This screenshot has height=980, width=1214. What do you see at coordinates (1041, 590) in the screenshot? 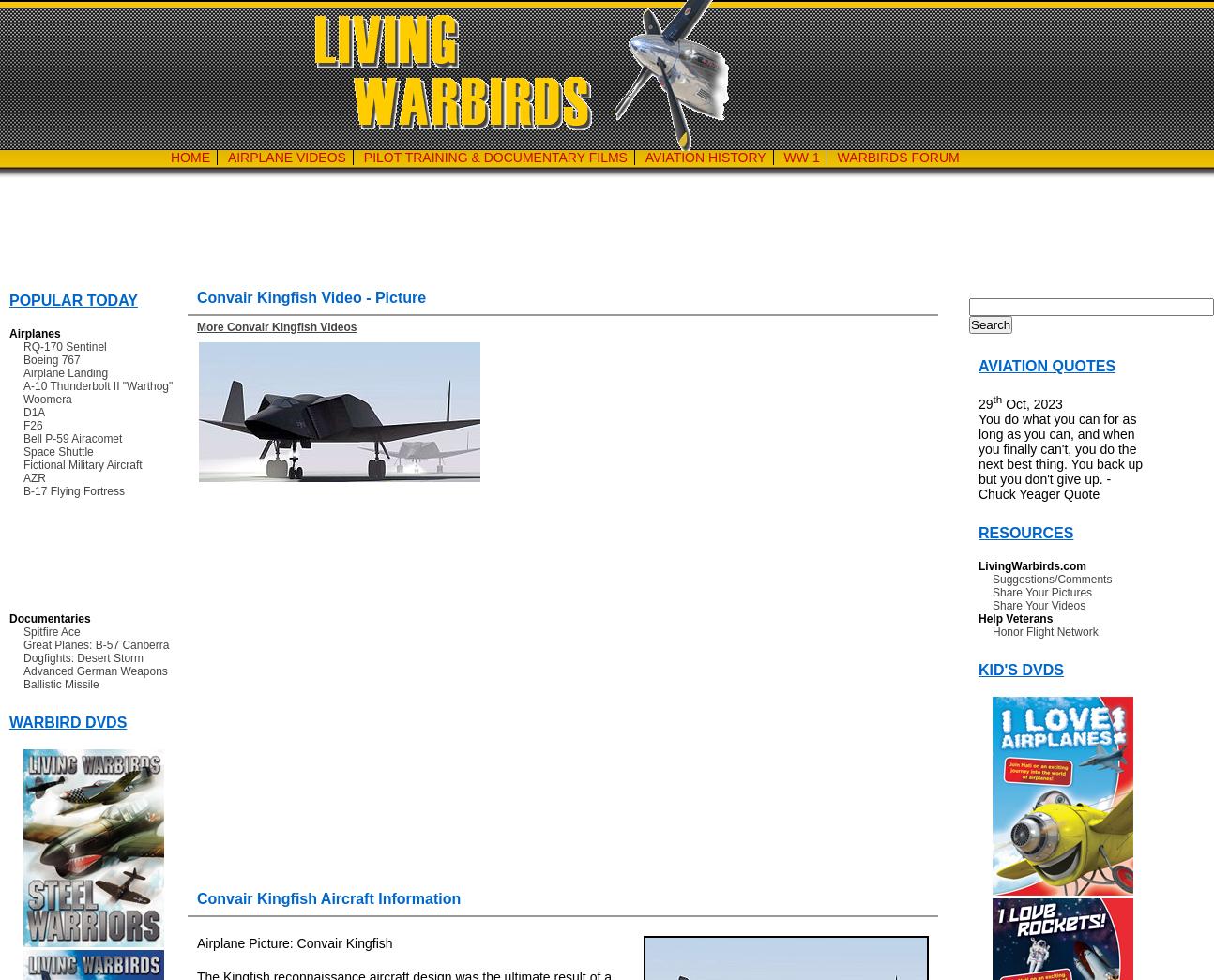
I see `'Share Your Pictures'` at bounding box center [1041, 590].